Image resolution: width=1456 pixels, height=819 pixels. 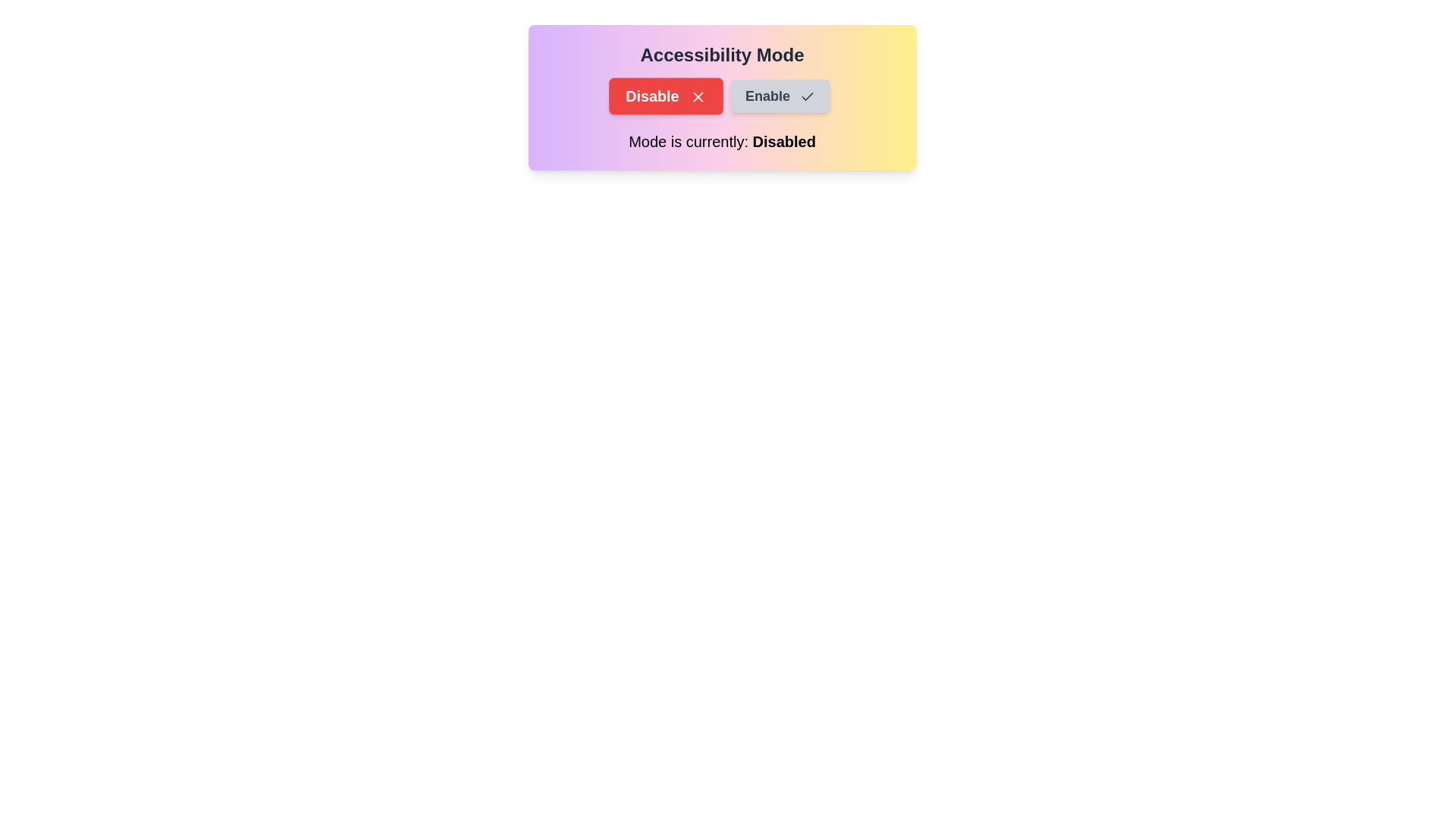 What do you see at coordinates (666, 96) in the screenshot?
I see `the Disable button to observe its hover effect` at bounding box center [666, 96].